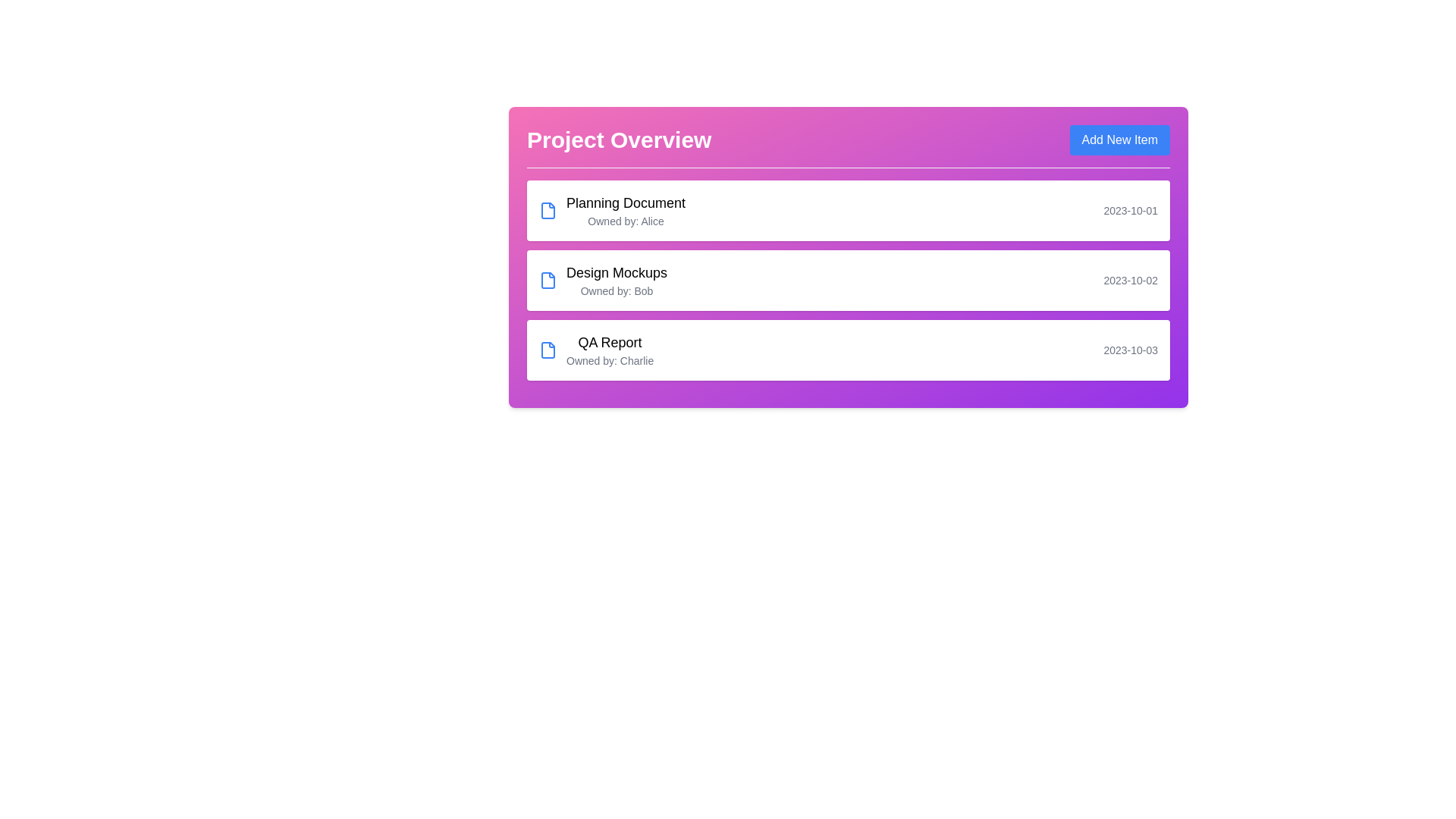  I want to click on the Text label displaying the date '2023-10-03' in the bottom-right corner of the 'QA Report' card, so click(1131, 350).